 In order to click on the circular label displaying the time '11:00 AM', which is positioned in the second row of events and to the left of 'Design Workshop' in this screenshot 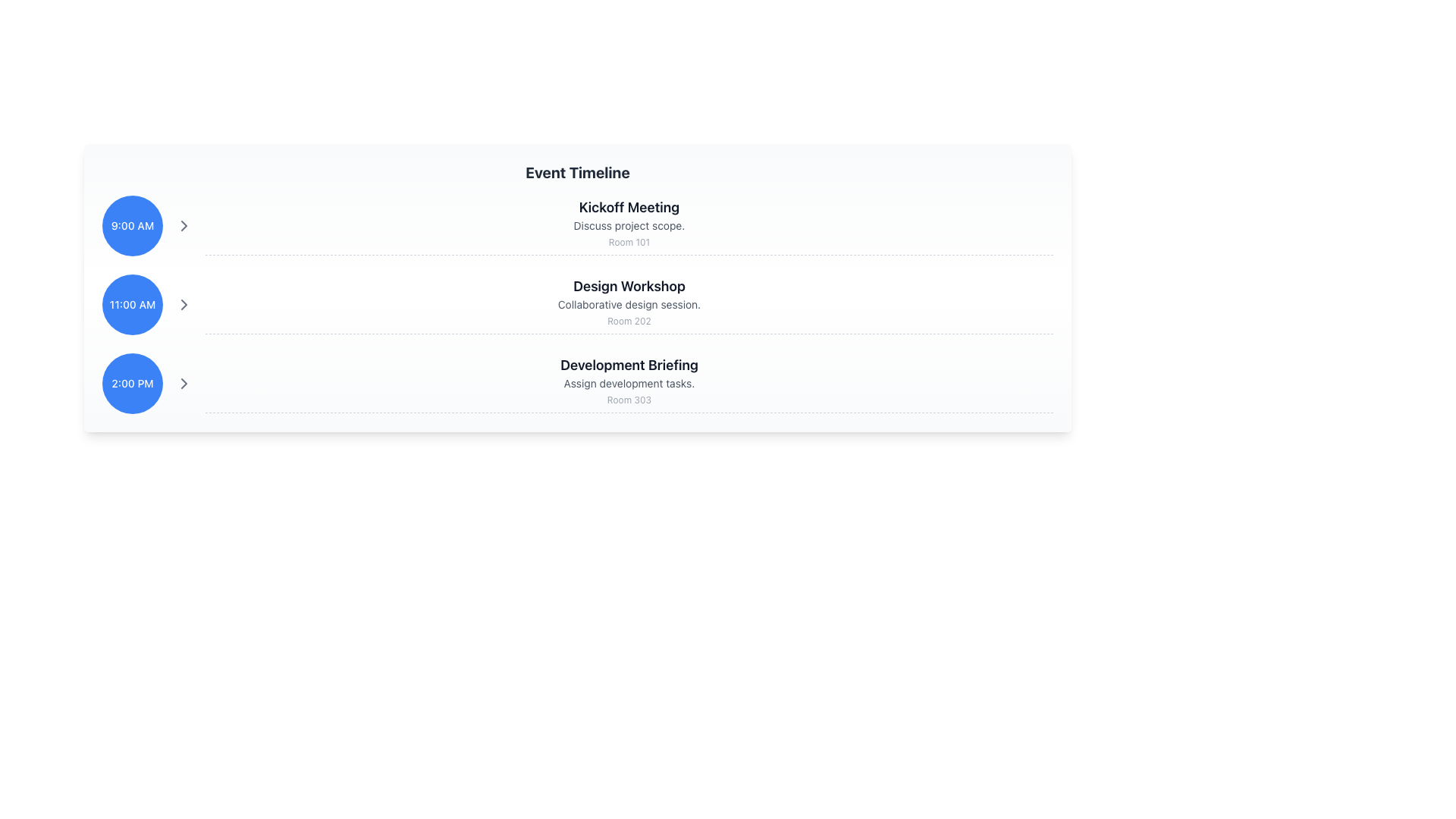, I will do `click(132, 304)`.